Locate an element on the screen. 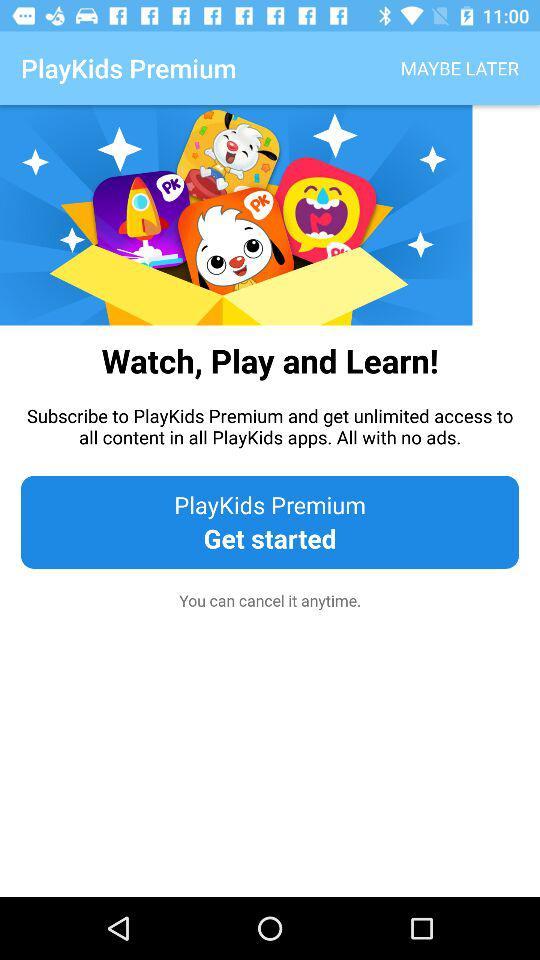  item next to the playkids premium is located at coordinates (459, 68).